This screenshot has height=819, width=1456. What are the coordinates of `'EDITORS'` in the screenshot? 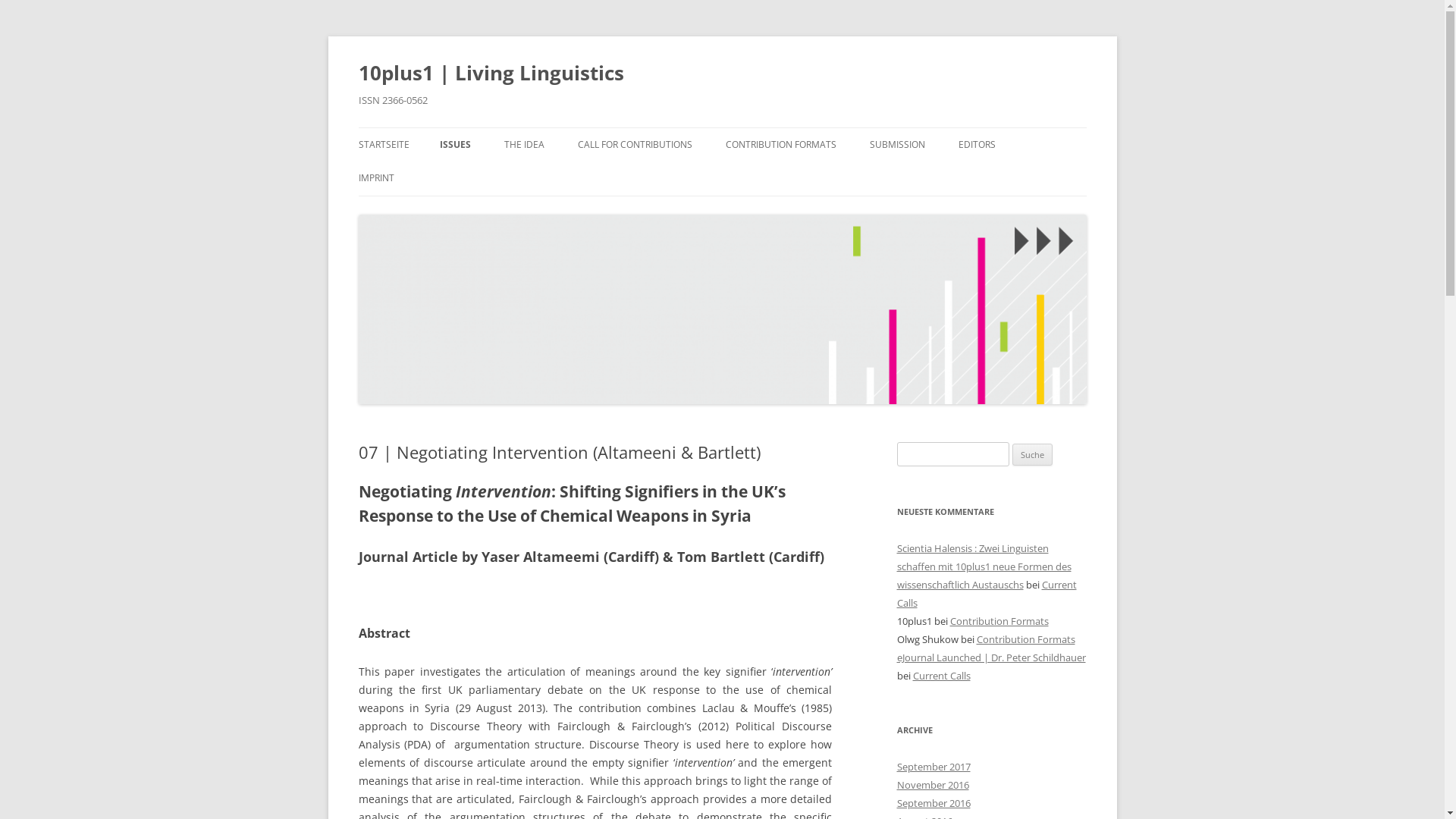 It's located at (977, 145).